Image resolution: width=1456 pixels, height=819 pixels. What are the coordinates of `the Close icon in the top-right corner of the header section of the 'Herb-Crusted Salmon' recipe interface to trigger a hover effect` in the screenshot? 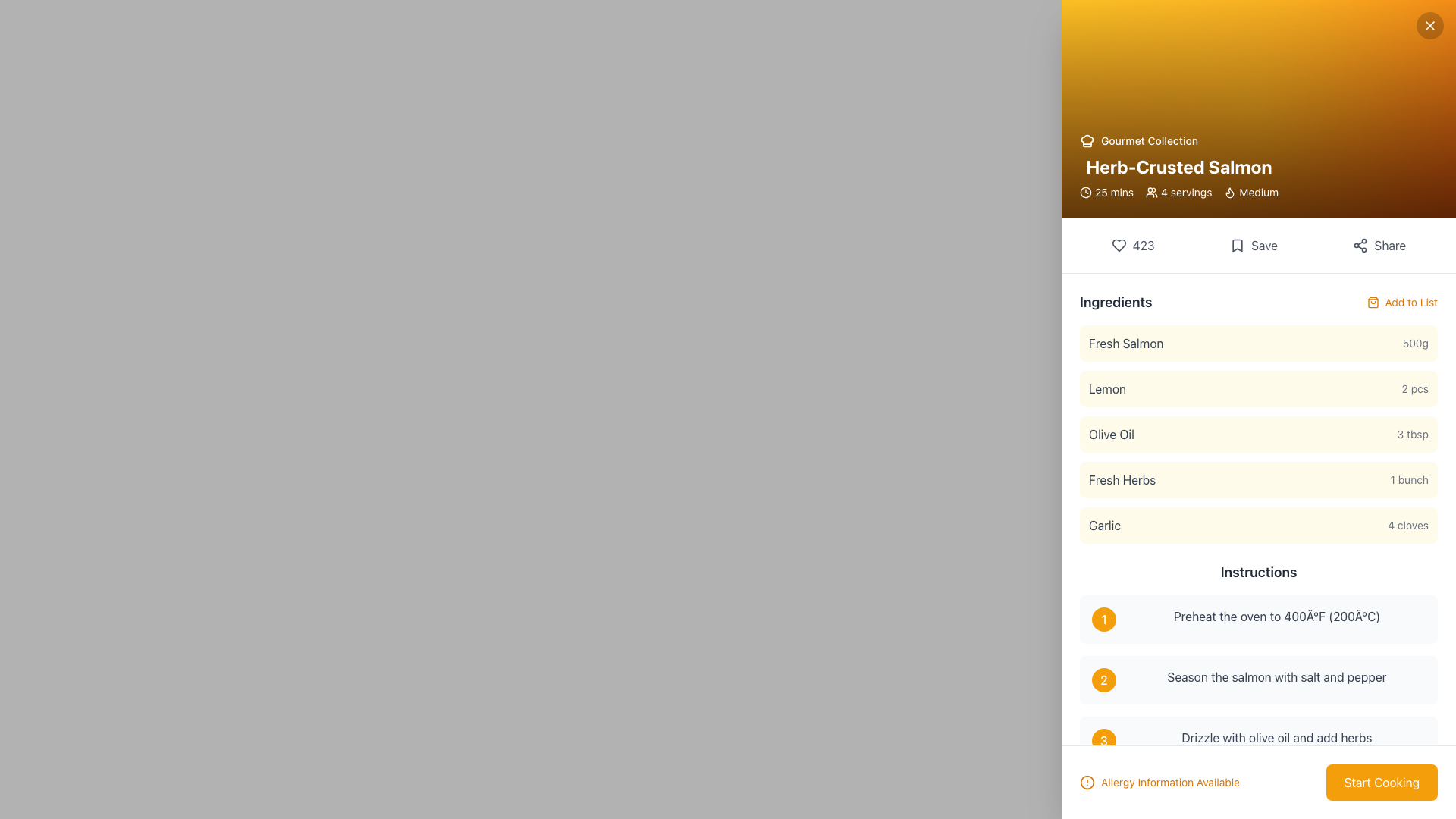 It's located at (1429, 26).